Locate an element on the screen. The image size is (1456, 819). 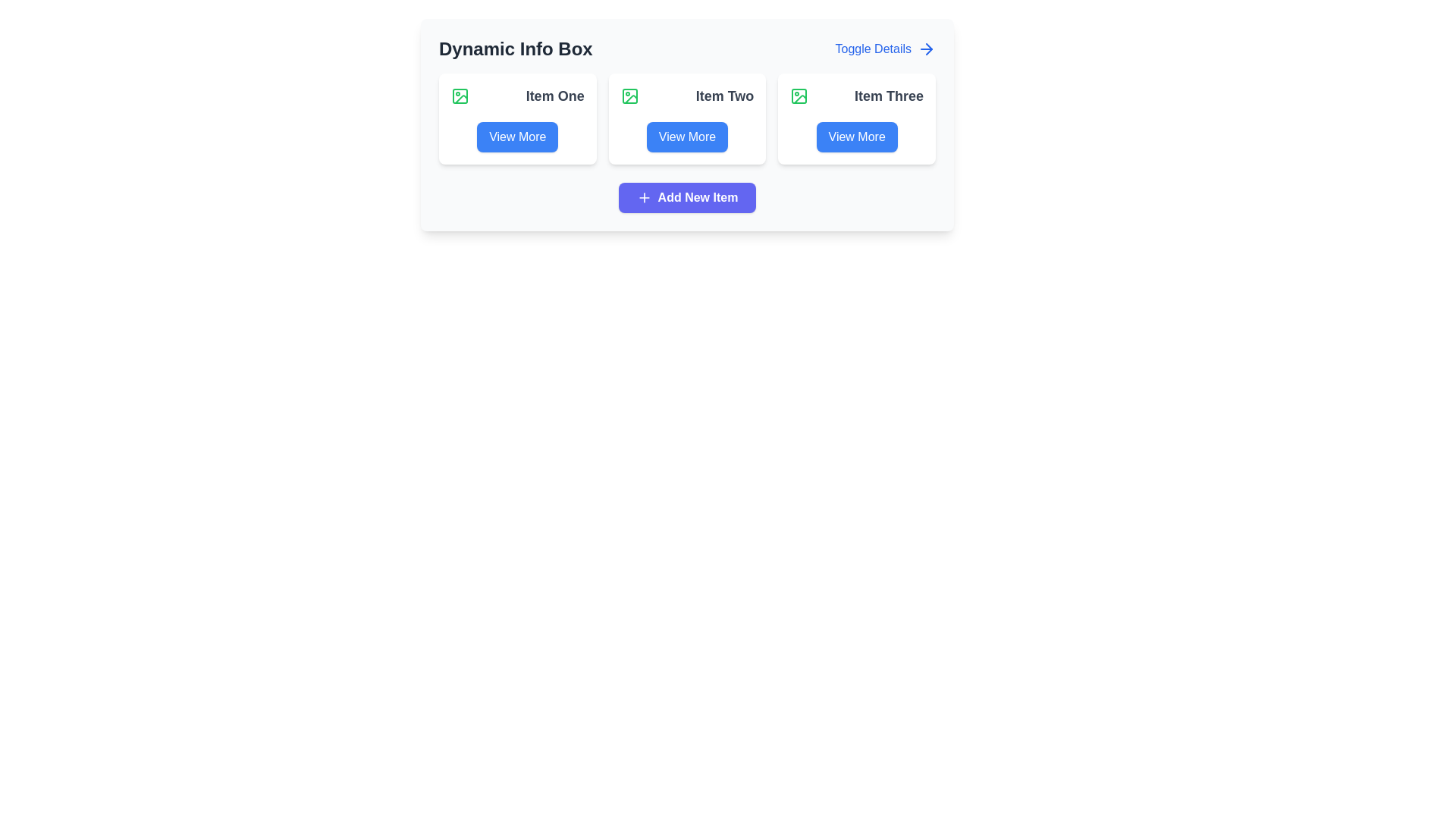
the plus icon embedded within the 'Add New Item' button for visual feedback is located at coordinates (644, 197).